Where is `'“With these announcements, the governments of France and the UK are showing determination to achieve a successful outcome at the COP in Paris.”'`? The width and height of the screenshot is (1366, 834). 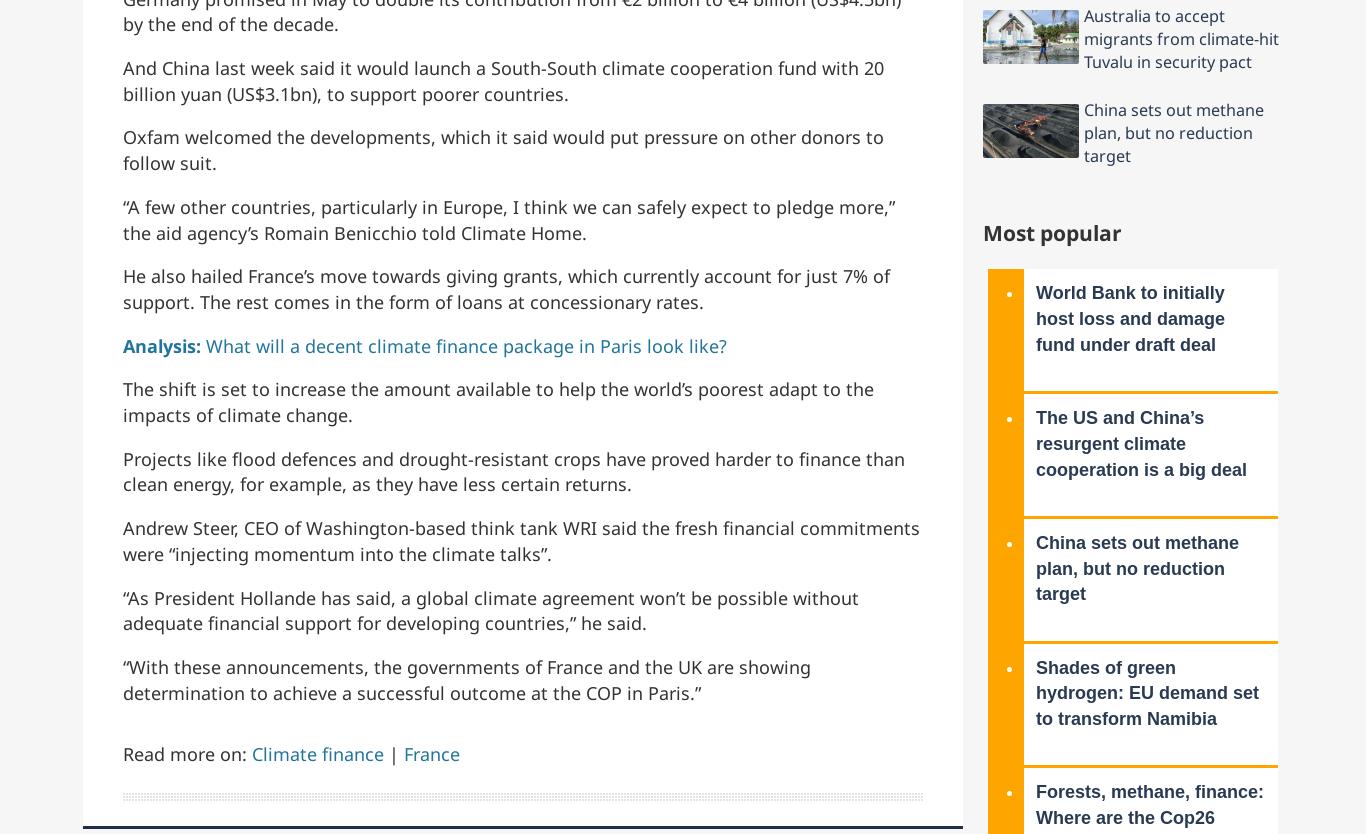
'“With these announcements, the governments of France and the UK are showing determination to achieve a successful outcome at the COP in Paris.”' is located at coordinates (467, 677).